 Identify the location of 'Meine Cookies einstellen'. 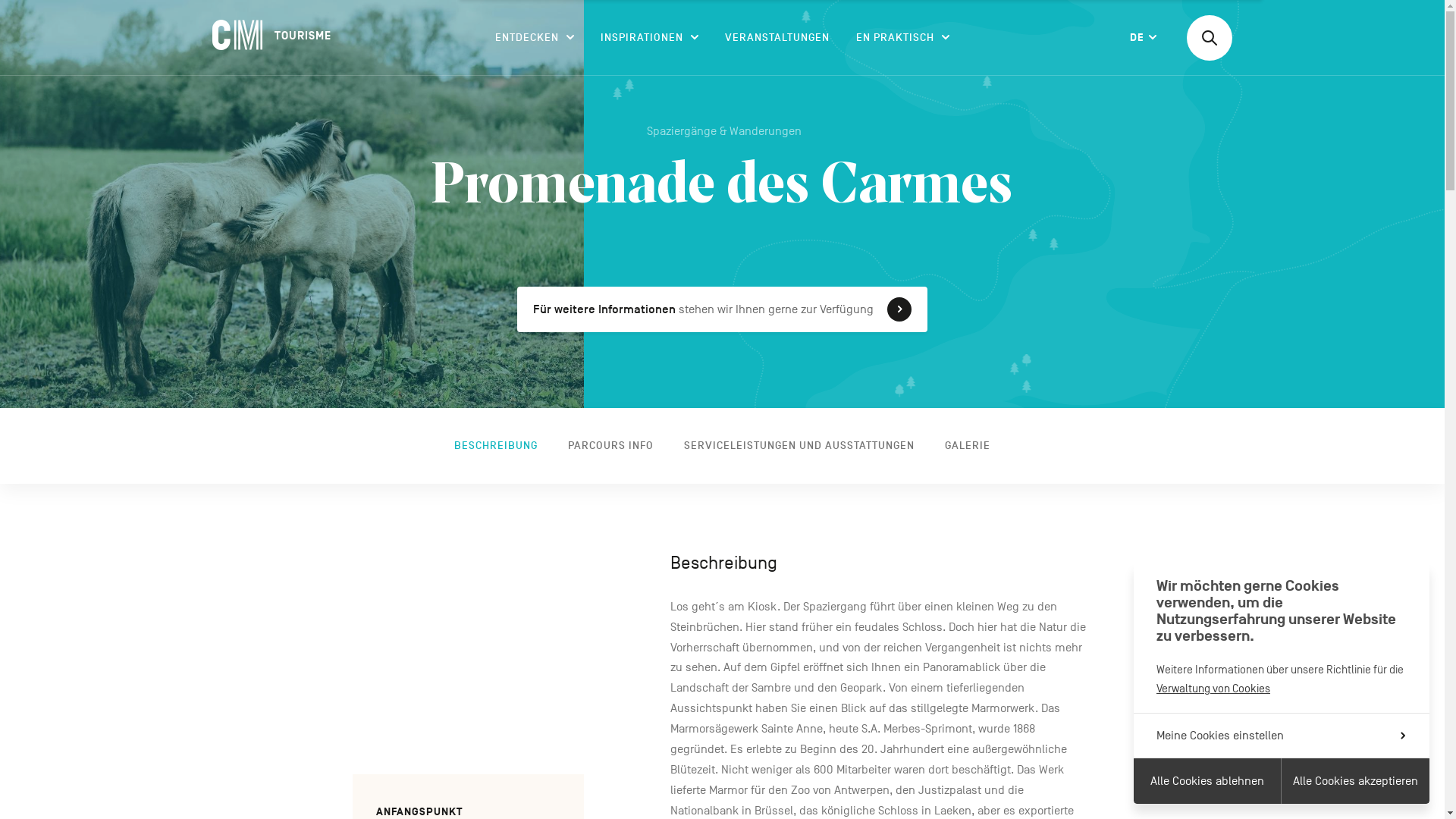
(1280, 734).